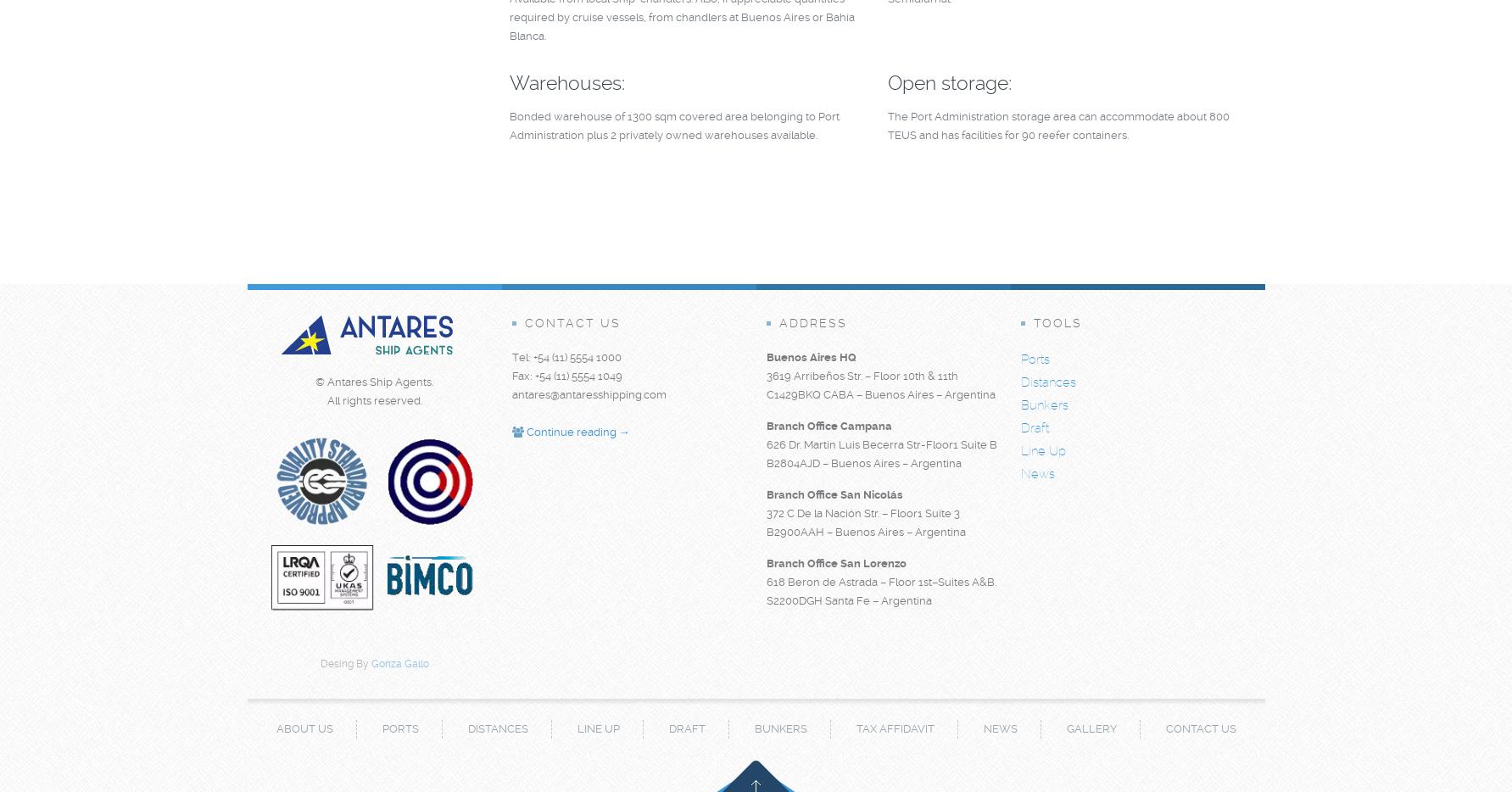  Describe the element at coordinates (764, 463) in the screenshot. I see `'B2804AJD – Buenos Aires – Argentina'` at that location.